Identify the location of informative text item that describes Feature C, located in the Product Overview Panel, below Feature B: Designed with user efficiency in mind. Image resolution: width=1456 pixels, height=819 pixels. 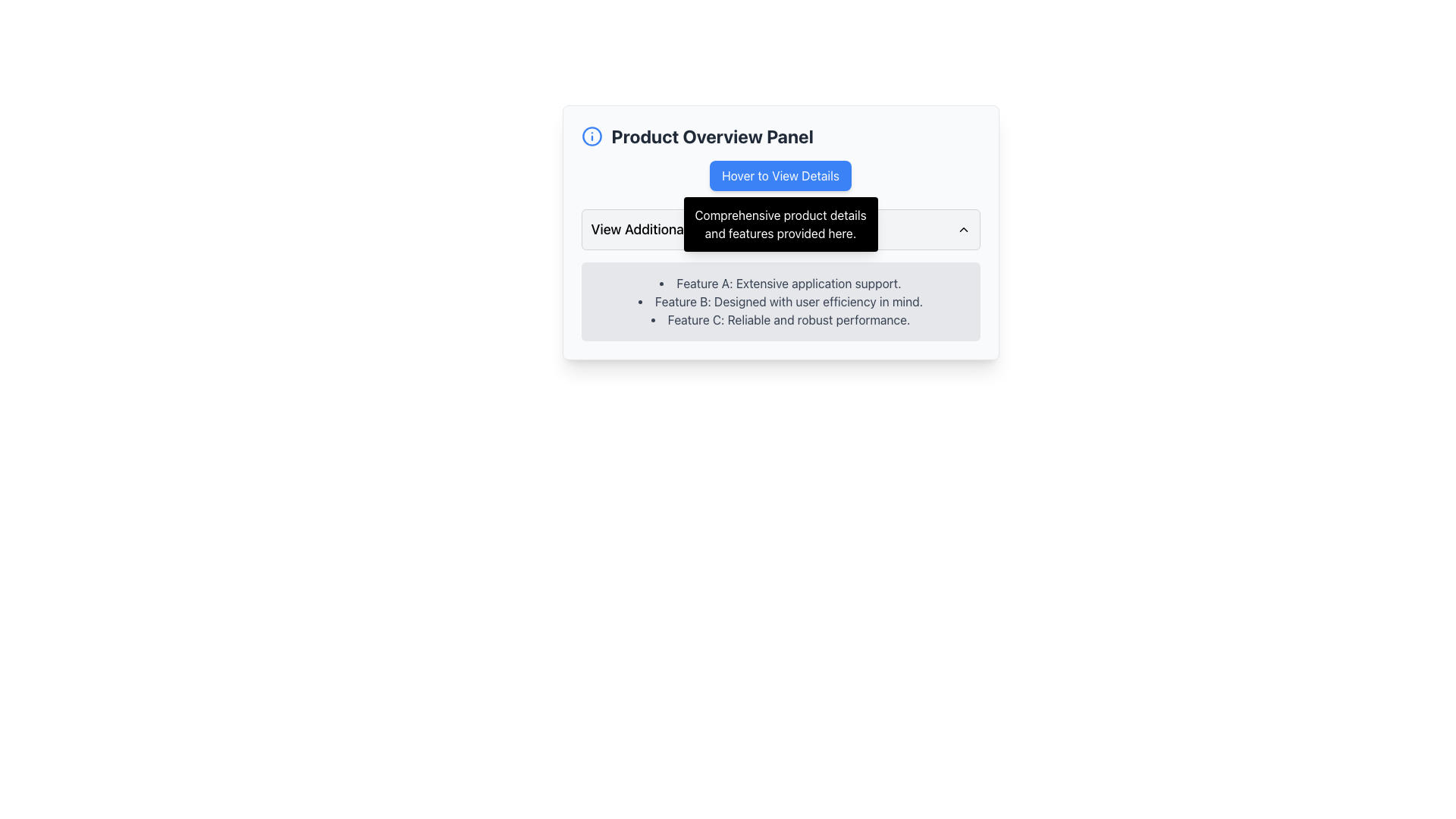
(780, 318).